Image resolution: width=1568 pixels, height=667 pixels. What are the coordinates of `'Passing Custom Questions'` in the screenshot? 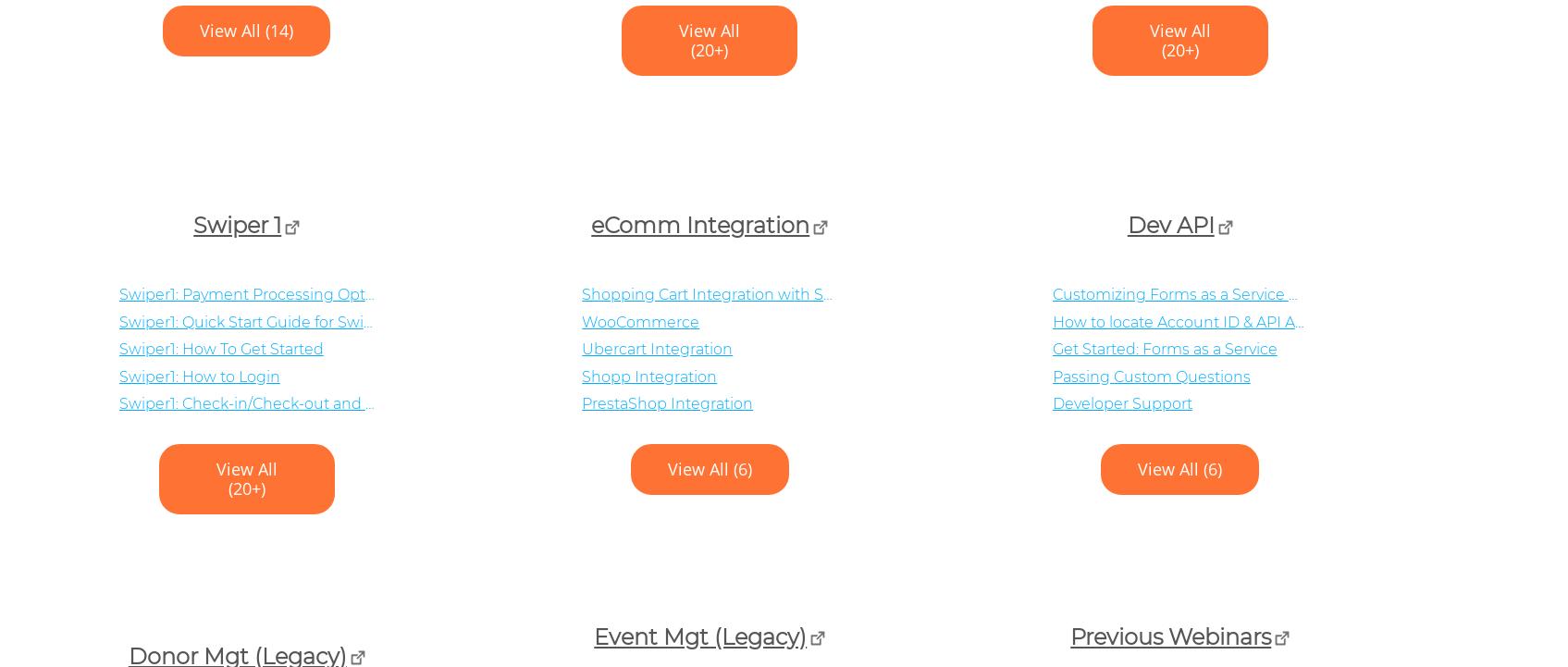 It's located at (1149, 375).